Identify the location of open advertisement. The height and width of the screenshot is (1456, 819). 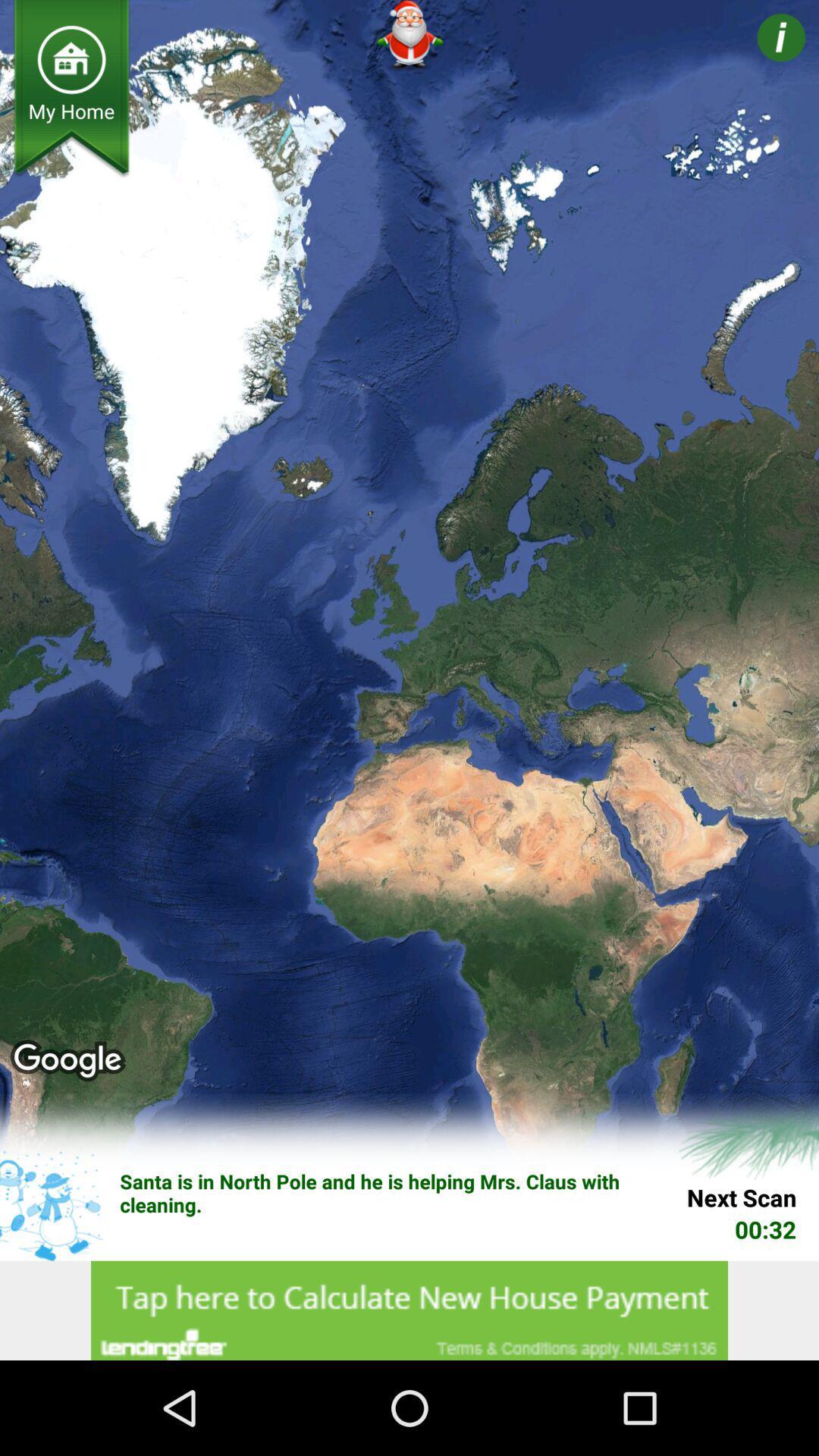
(409, 1310).